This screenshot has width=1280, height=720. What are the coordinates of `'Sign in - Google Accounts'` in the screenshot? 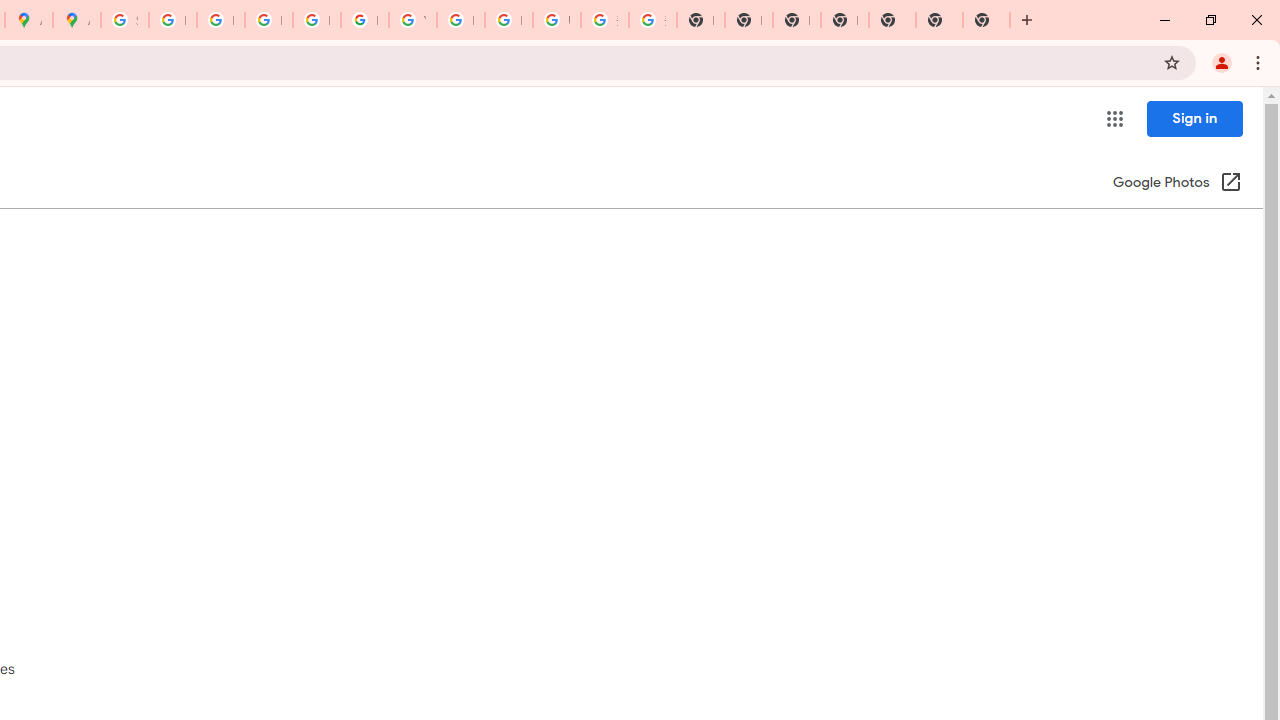 It's located at (123, 20).